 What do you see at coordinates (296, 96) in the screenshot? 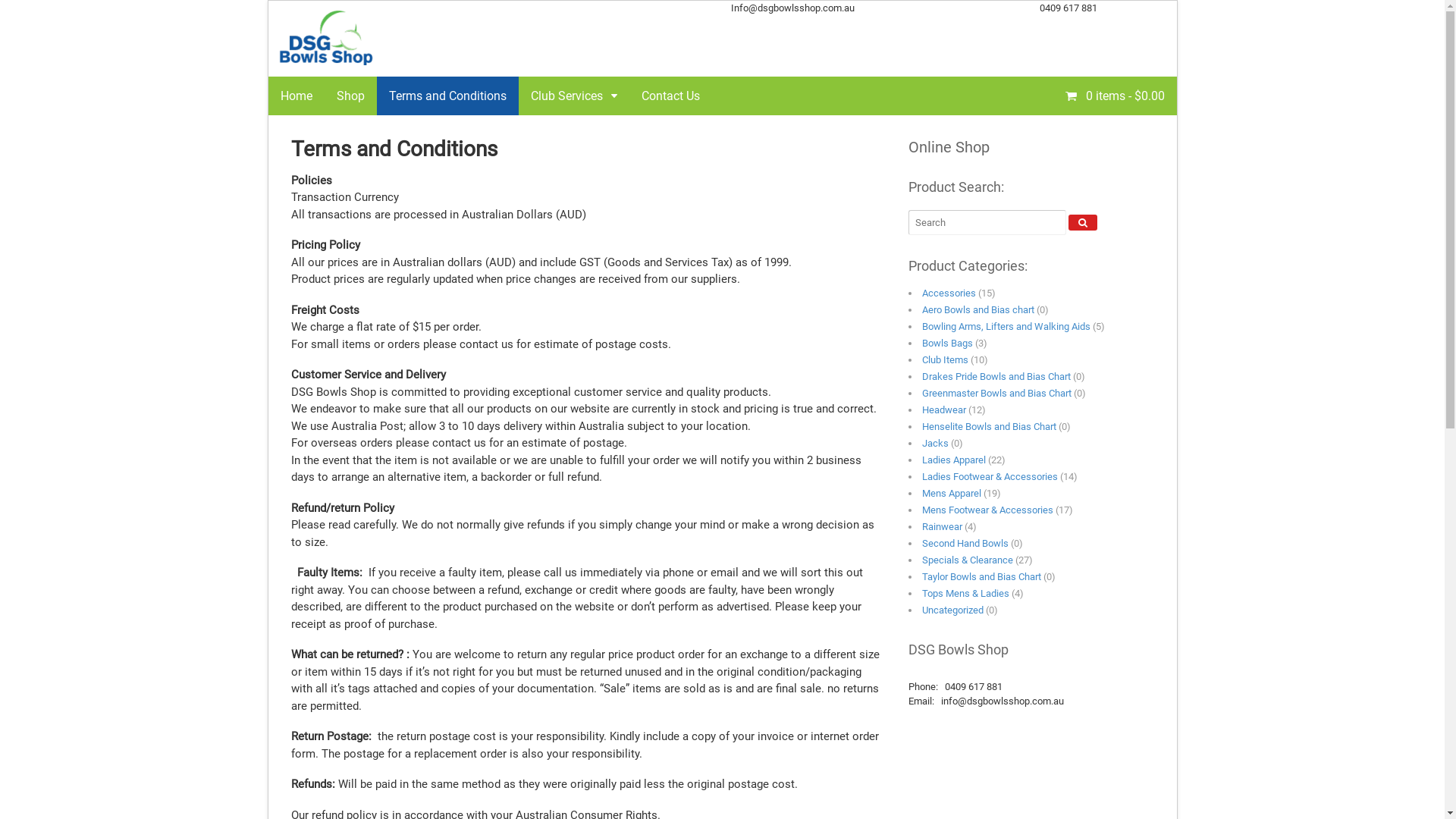
I see `'Home'` at bounding box center [296, 96].